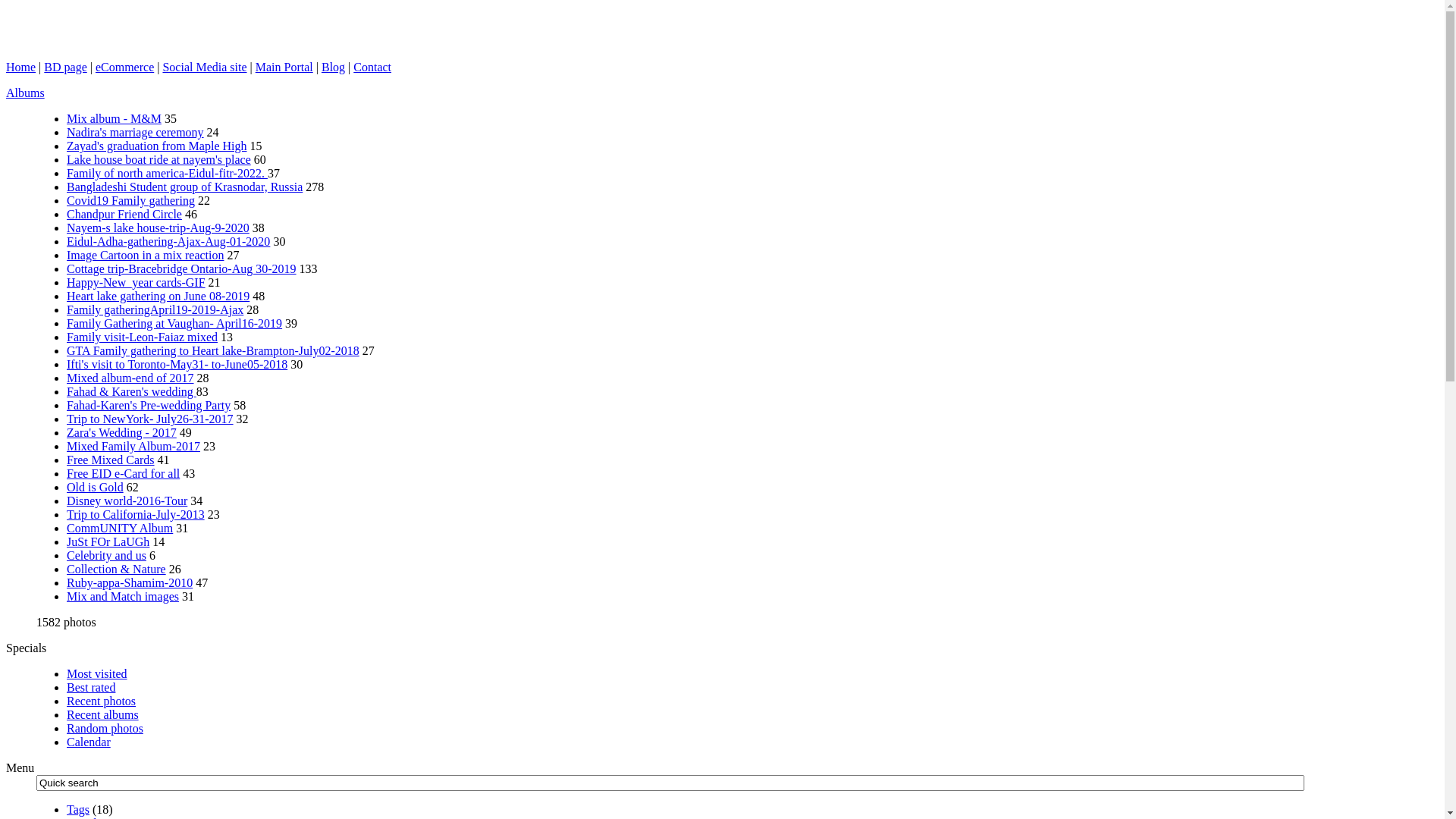 Image resolution: width=1456 pixels, height=819 pixels. What do you see at coordinates (65, 701) in the screenshot?
I see `'Recent photos'` at bounding box center [65, 701].